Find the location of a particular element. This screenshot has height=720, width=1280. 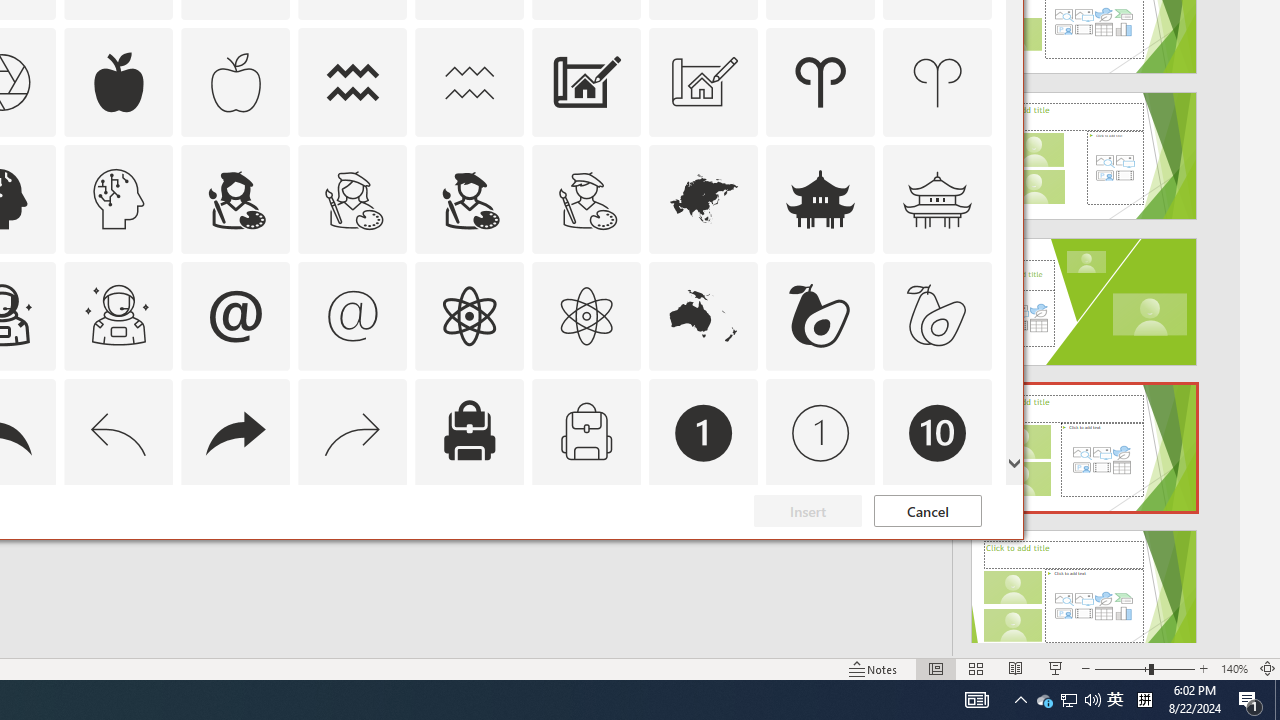

'AutomationID: Icons_Aquarius_M' is located at coordinates (468, 81).